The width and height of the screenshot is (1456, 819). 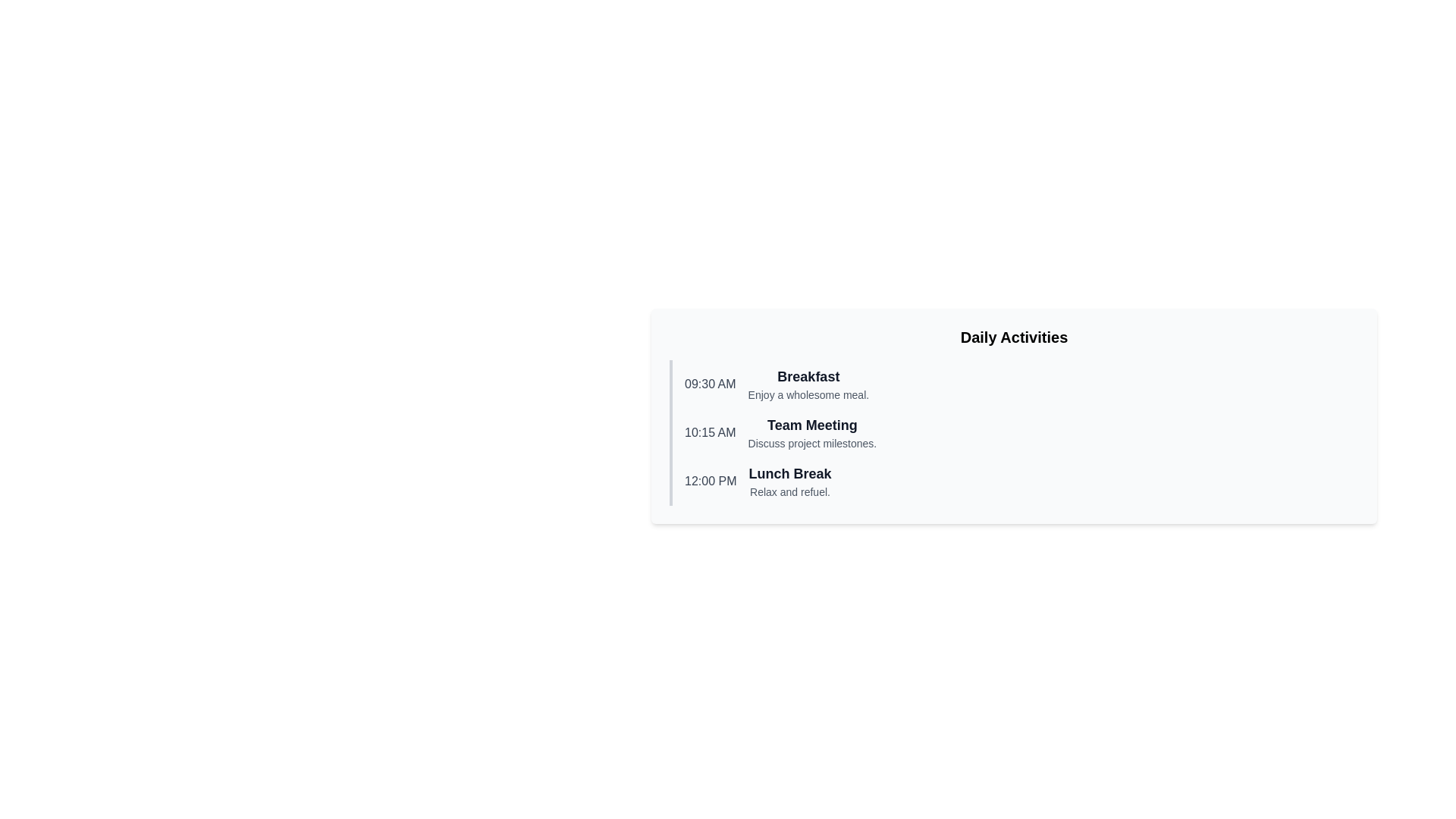 What do you see at coordinates (808, 383) in the screenshot?
I see `text of the scheduled activity titled 'Breakfast' located in the 'Daily Activities' section, which is positioned to the right of '09:30 AM'` at bounding box center [808, 383].